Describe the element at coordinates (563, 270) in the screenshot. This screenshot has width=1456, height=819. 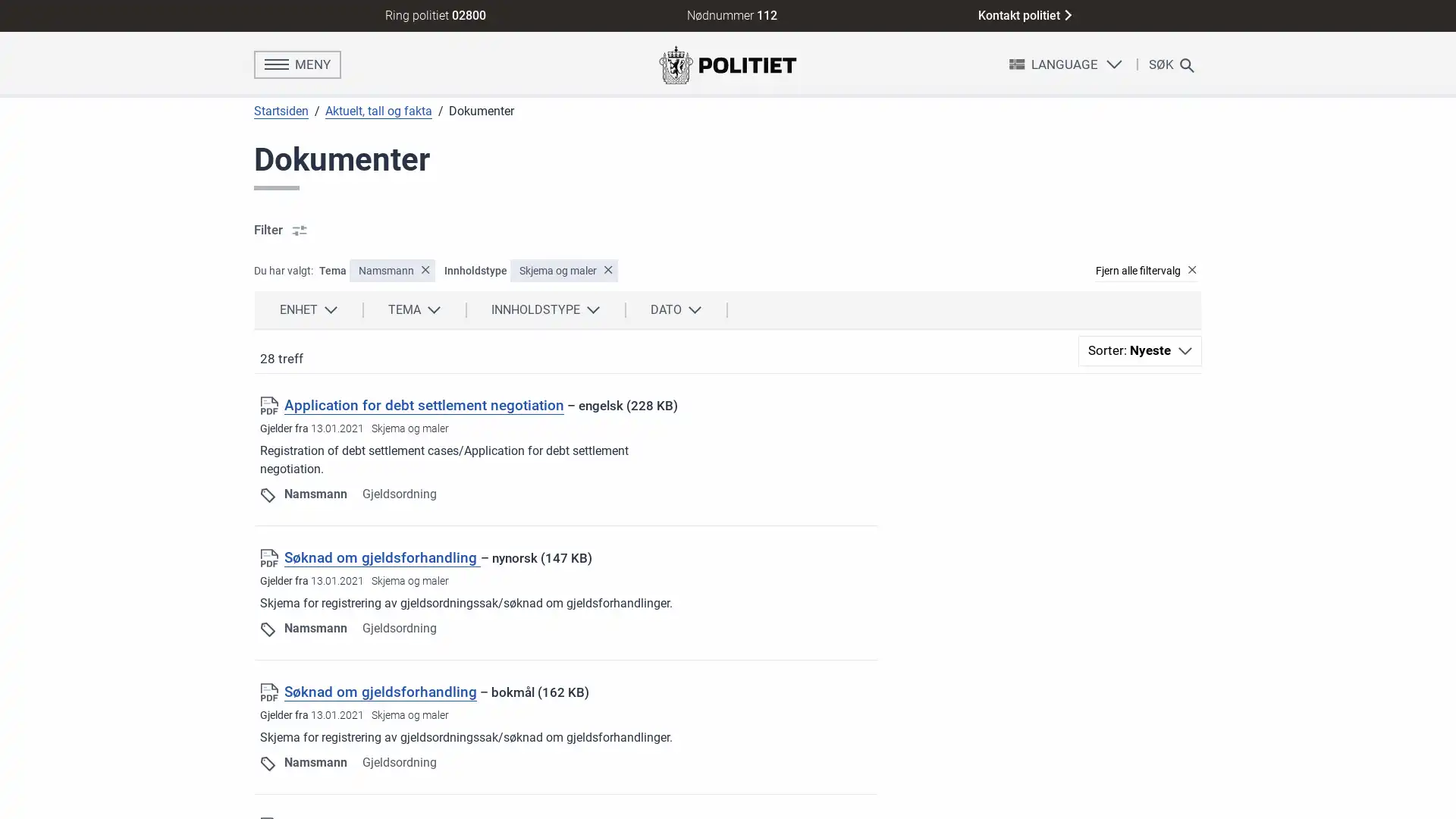
I see `Skjema og maler Fjern filter` at that location.